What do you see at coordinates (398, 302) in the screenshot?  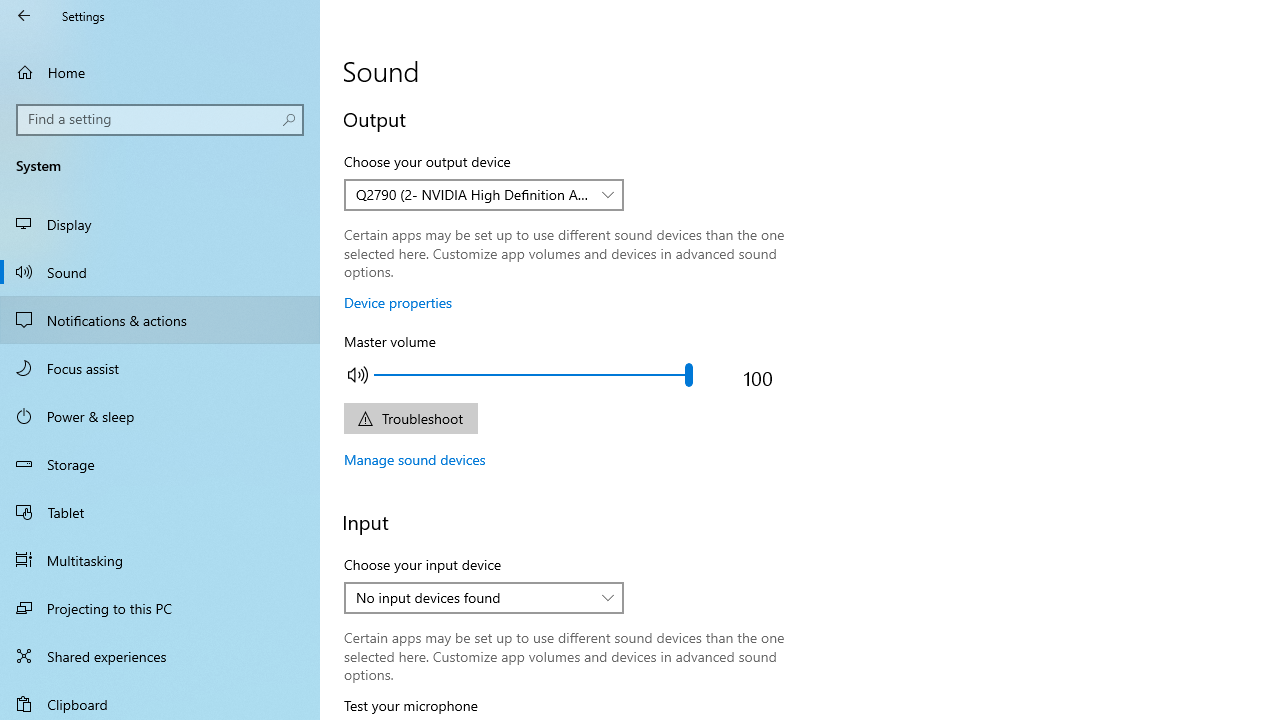 I see `'Device properties'` at bounding box center [398, 302].